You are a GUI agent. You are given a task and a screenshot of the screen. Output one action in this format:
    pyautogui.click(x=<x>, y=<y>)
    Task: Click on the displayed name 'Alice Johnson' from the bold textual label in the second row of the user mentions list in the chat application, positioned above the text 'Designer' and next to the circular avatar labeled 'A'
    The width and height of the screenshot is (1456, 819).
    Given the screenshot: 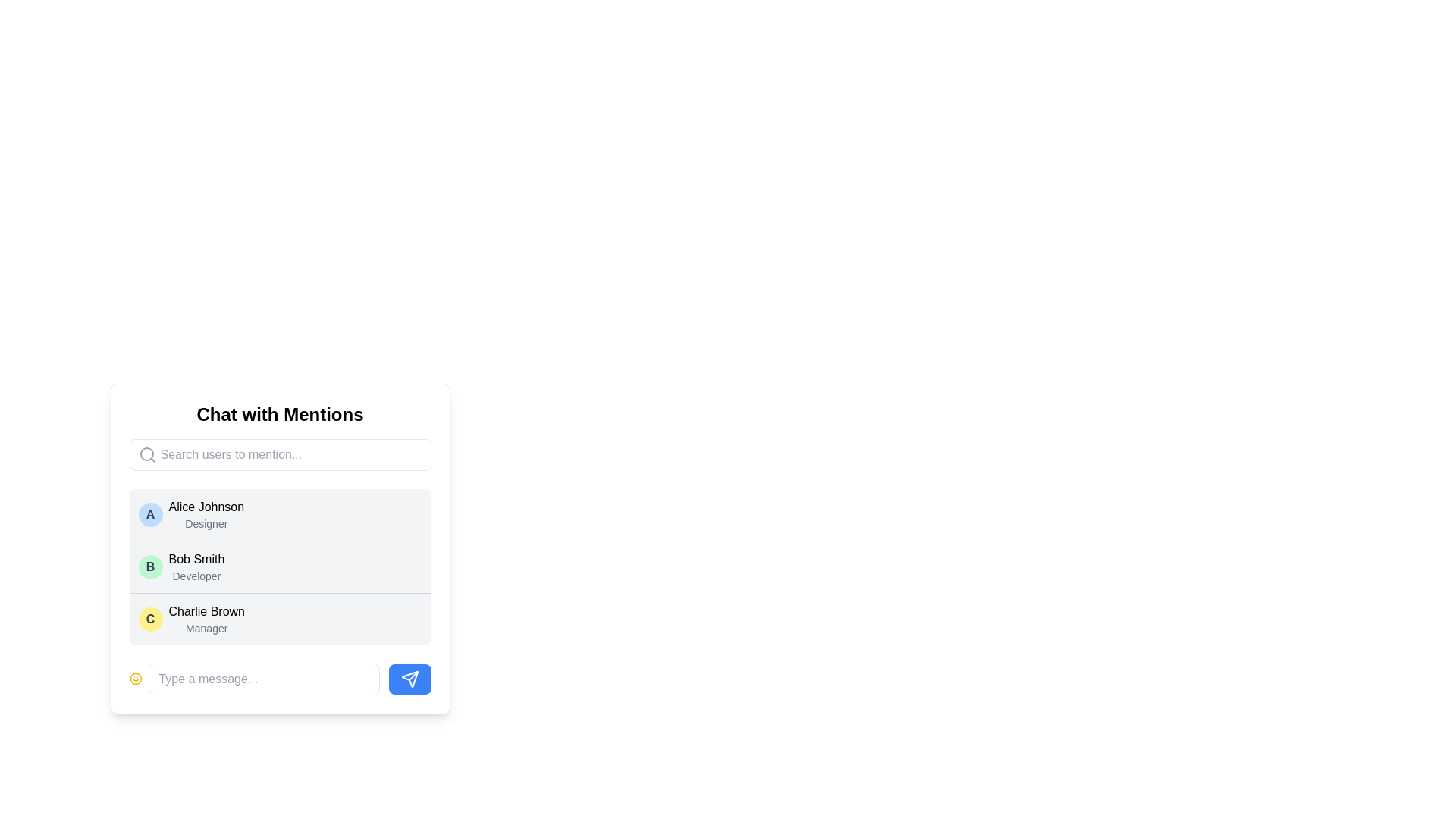 What is the action you would take?
    pyautogui.click(x=206, y=507)
    